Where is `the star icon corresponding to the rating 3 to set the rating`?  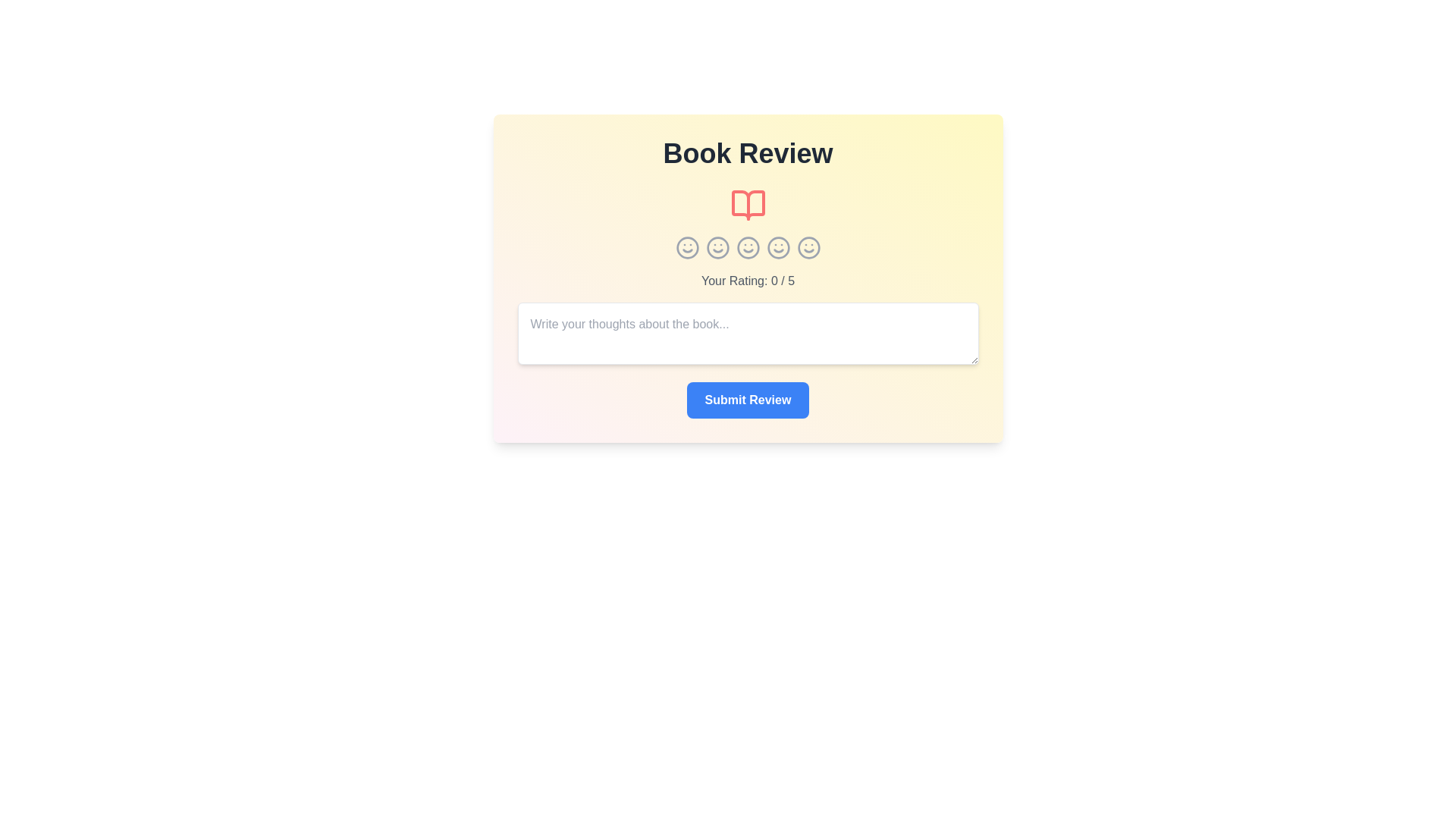 the star icon corresponding to the rating 3 to set the rating is located at coordinates (748, 247).